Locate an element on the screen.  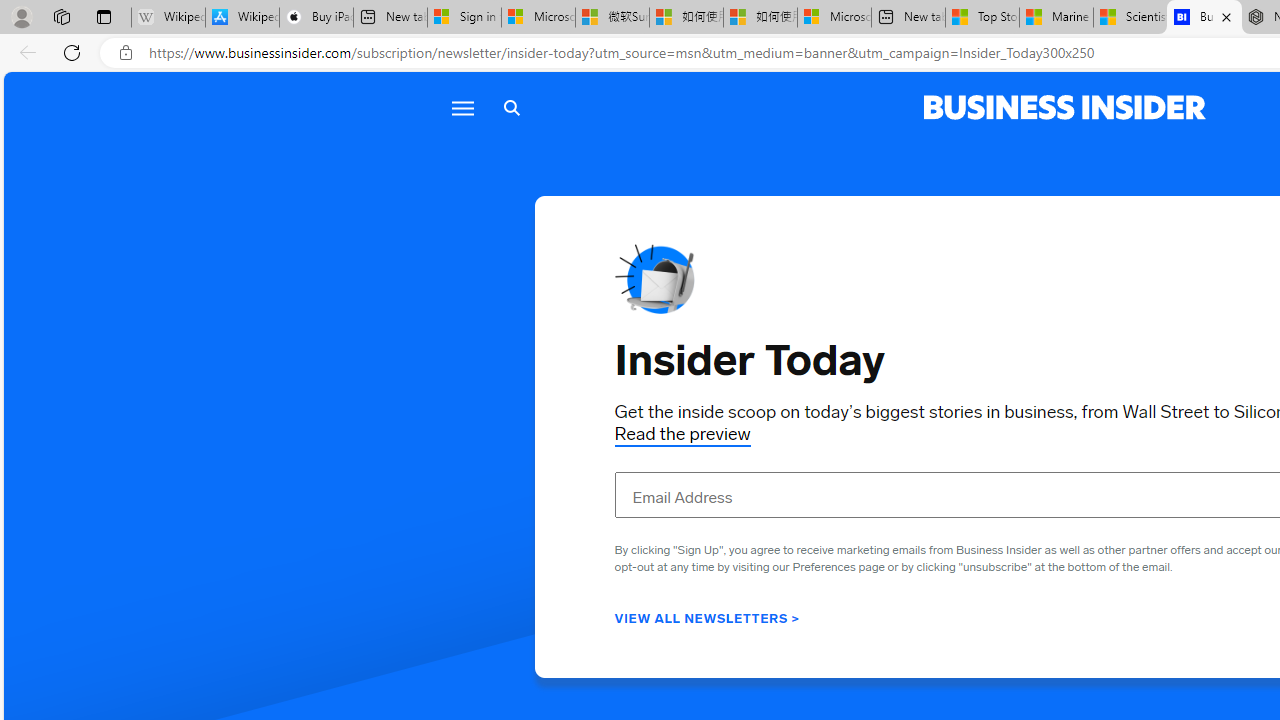
'Search icon' is located at coordinates (512, 108).